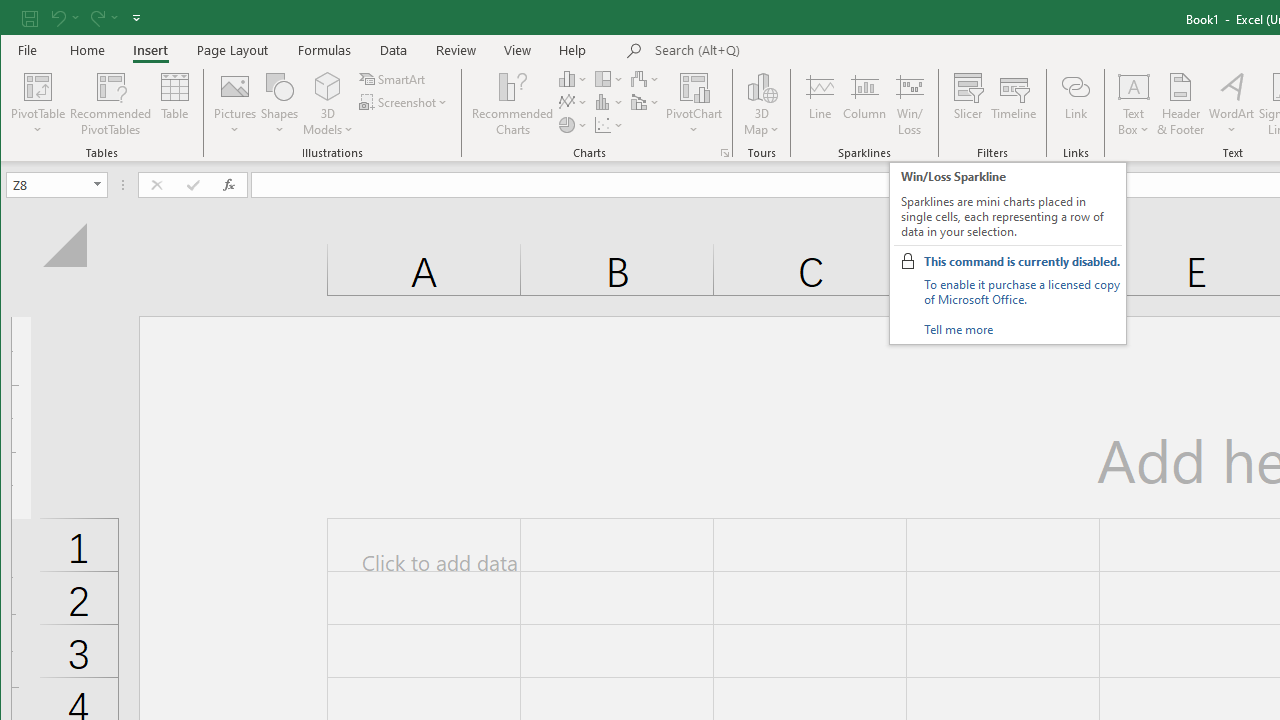 The width and height of the screenshot is (1280, 720). I want to click on 'Recommended Charts', so click(724, 152).